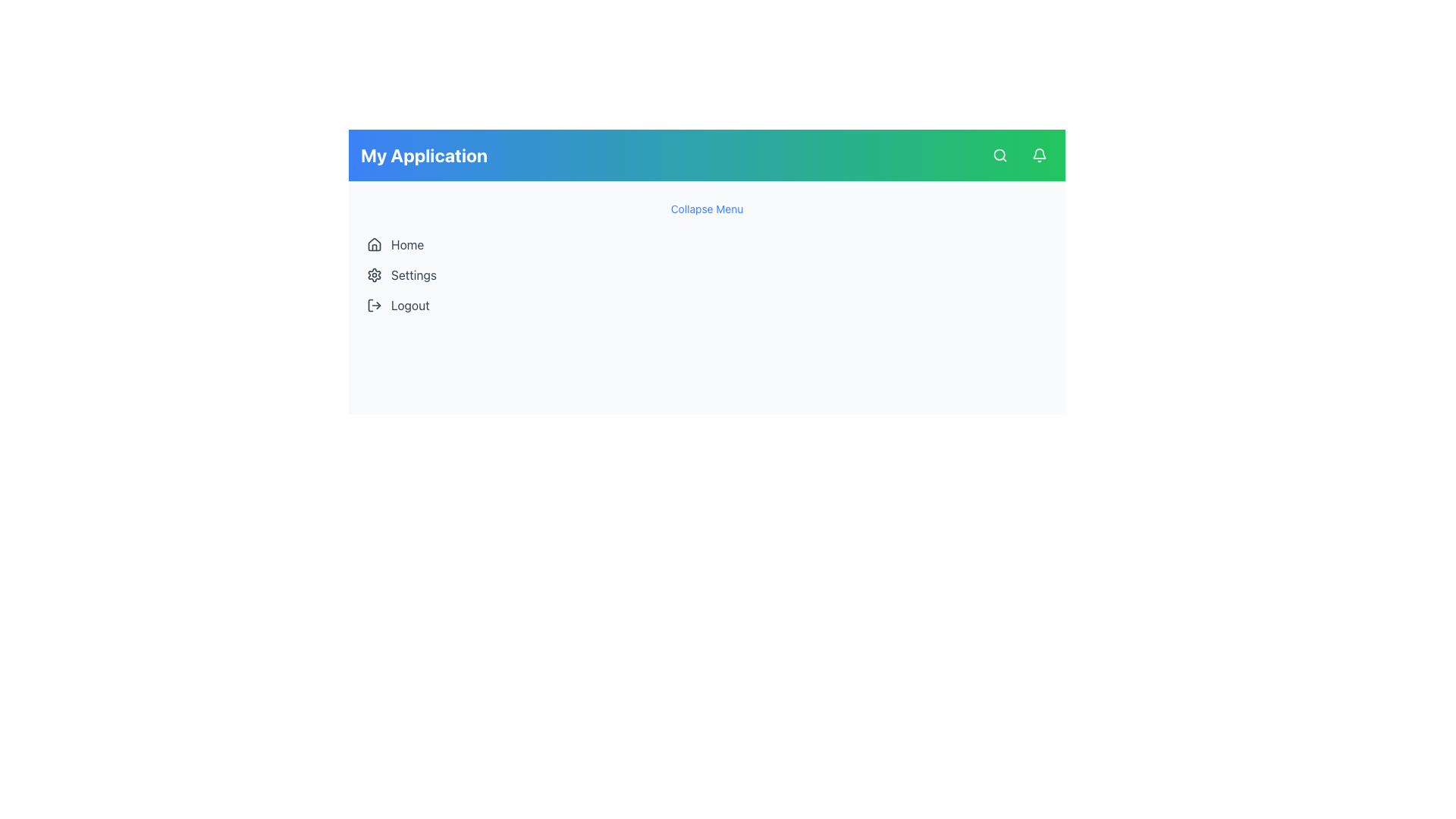 The height and width of the screenshot is (819, 1456). What do you see at coordinates (413, 275) in the screenshot?
I see `the 'Settings' text in the left sidebar` at bounding box center [413, 275].